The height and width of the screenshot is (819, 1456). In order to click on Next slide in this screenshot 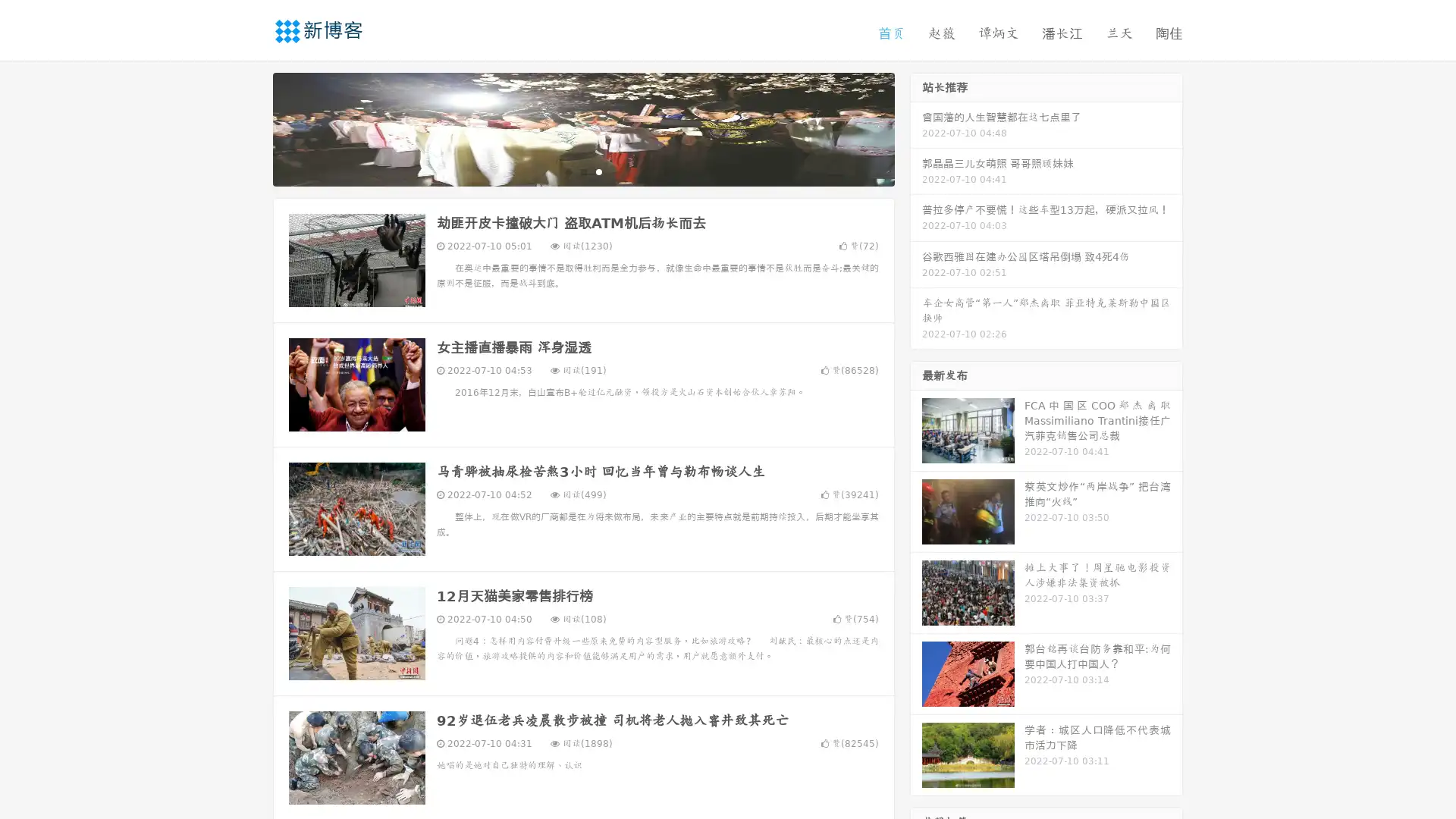, I will do `click(916, 127)`.